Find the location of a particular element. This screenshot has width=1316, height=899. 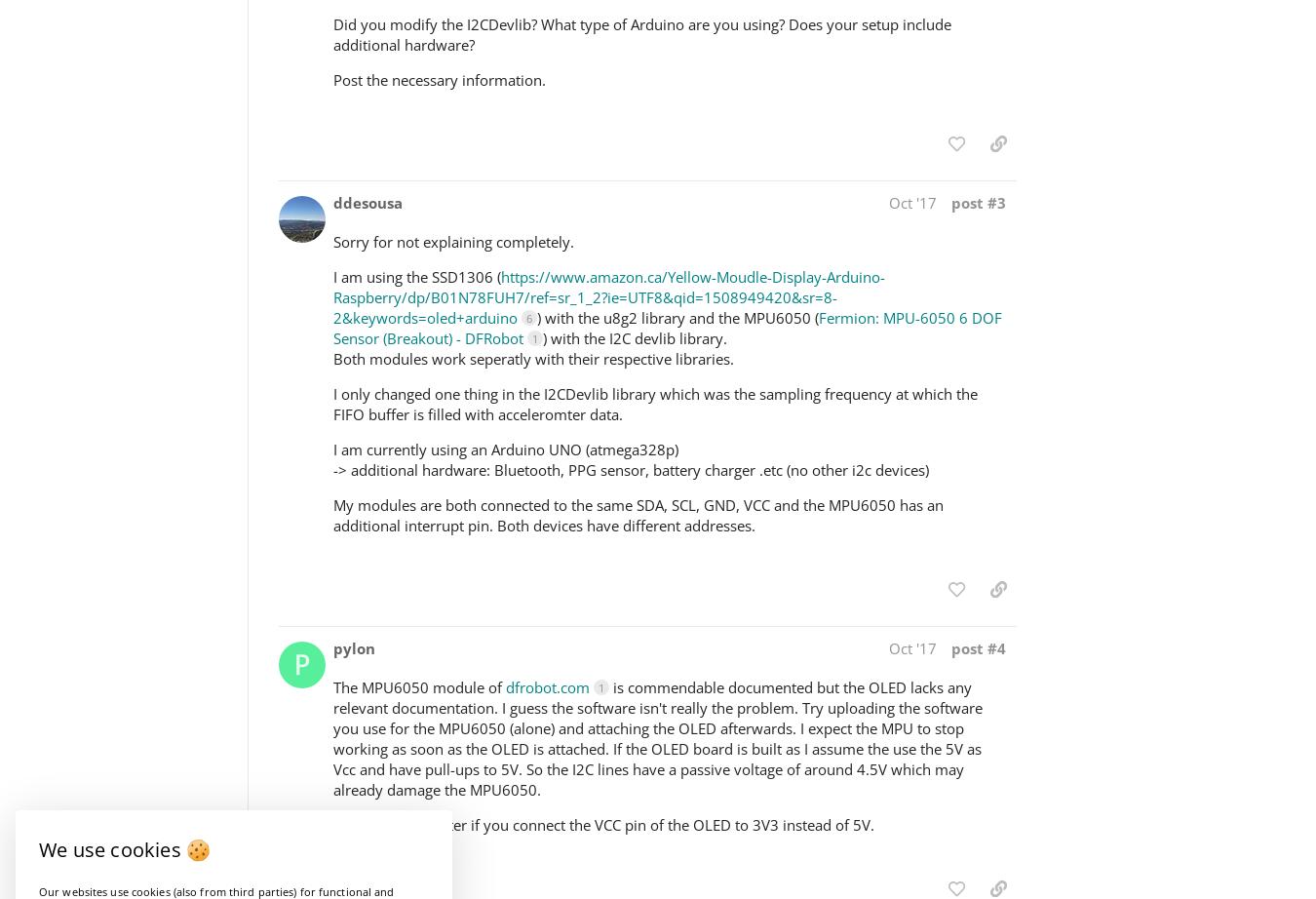

') with the u8g2 library and the MPU6050 (' is located at coordinates (676, 316).